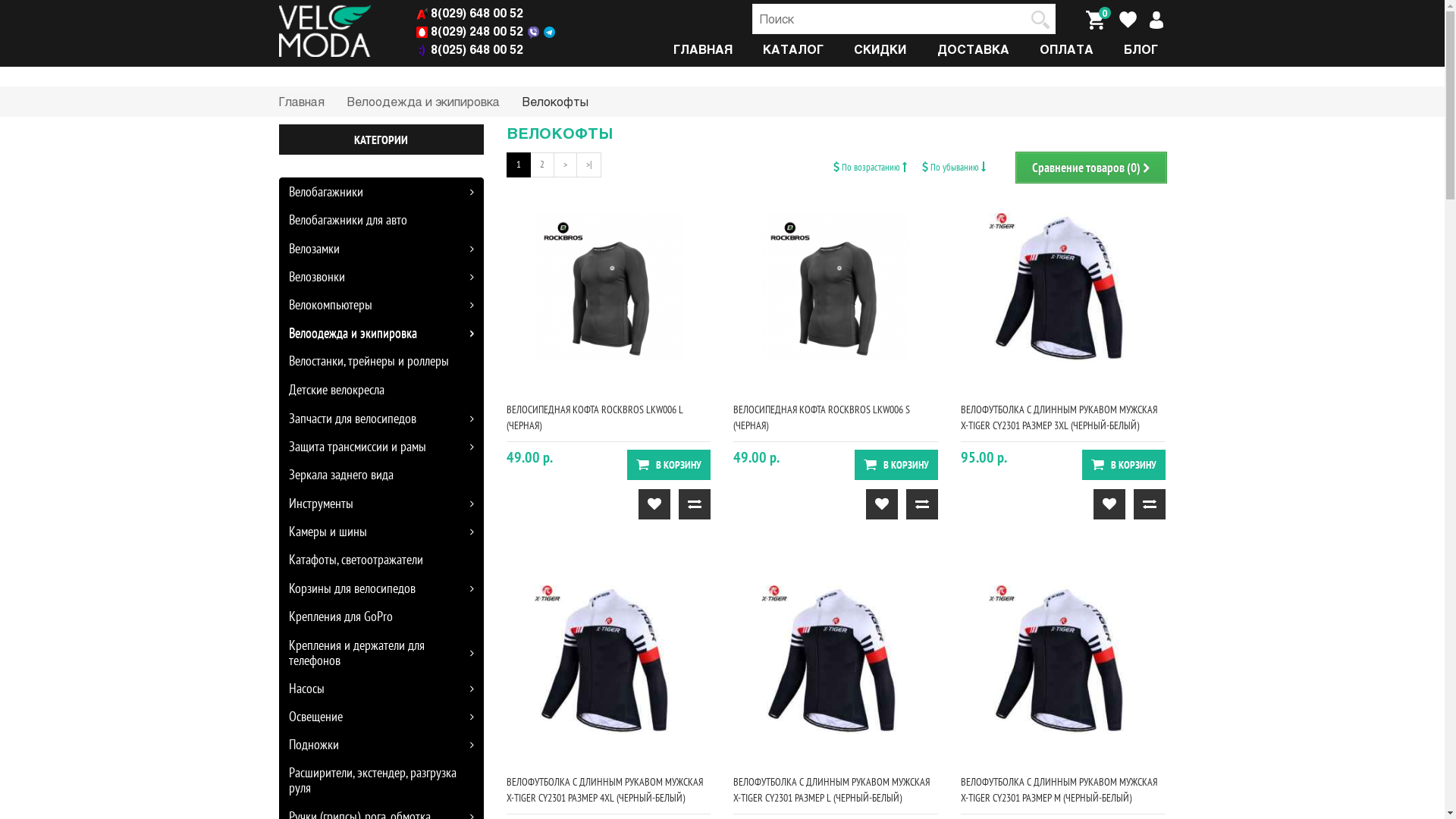 The image size is (1456, 819). What do you see at coordinates (416, 12) in the screenshot?
I see `'8(029) 648 00 52'` at bounding box center [416, 12].